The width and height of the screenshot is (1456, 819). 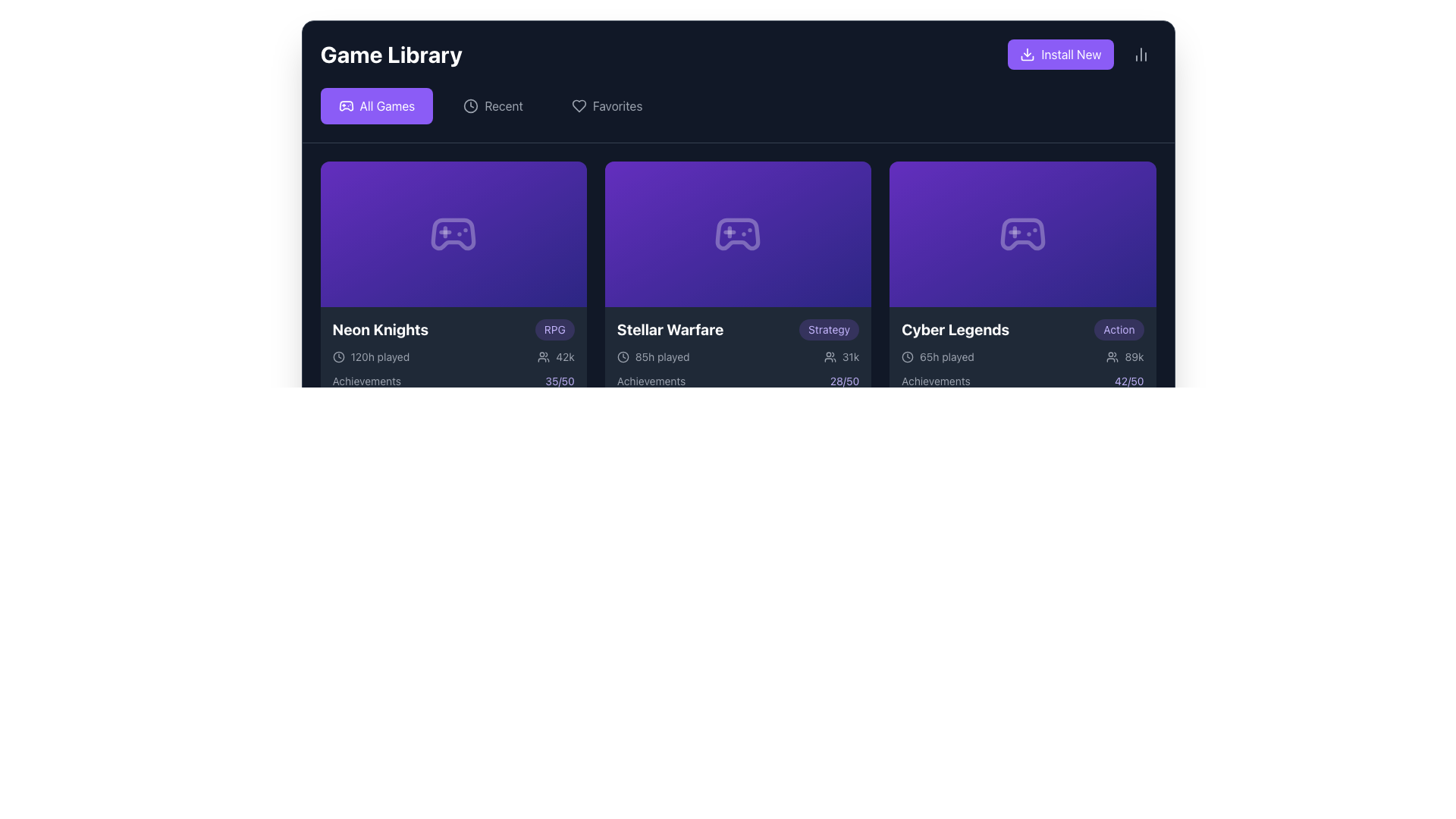 What do you see at coordinates (1141, 54) in the screenshot?
I see `the vertically oriented bar chart icon located at the top-left corner of the page` at bounding box center [1141, 54].